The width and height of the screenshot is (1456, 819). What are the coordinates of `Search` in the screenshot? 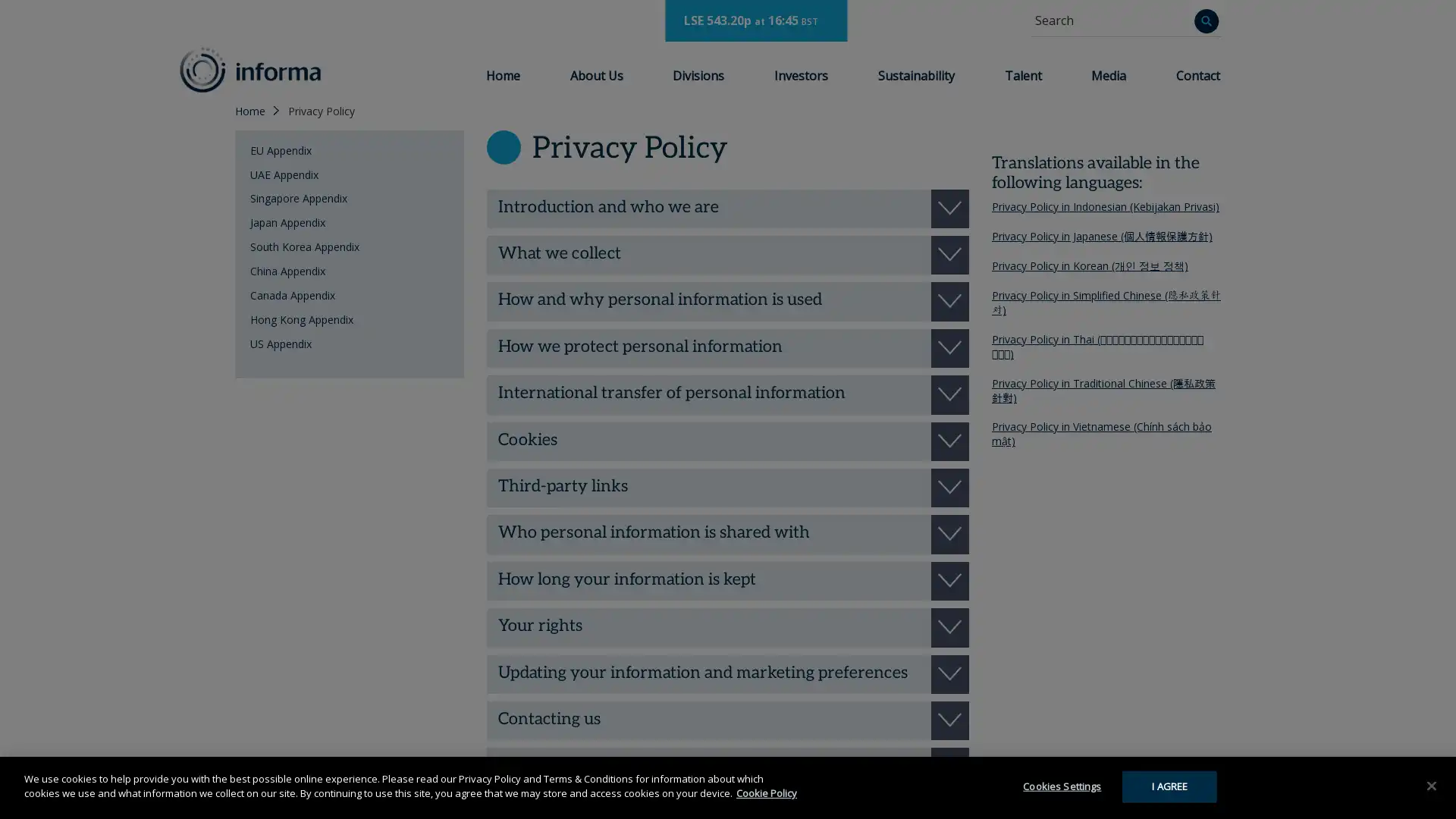 It's located at (1206, 21).